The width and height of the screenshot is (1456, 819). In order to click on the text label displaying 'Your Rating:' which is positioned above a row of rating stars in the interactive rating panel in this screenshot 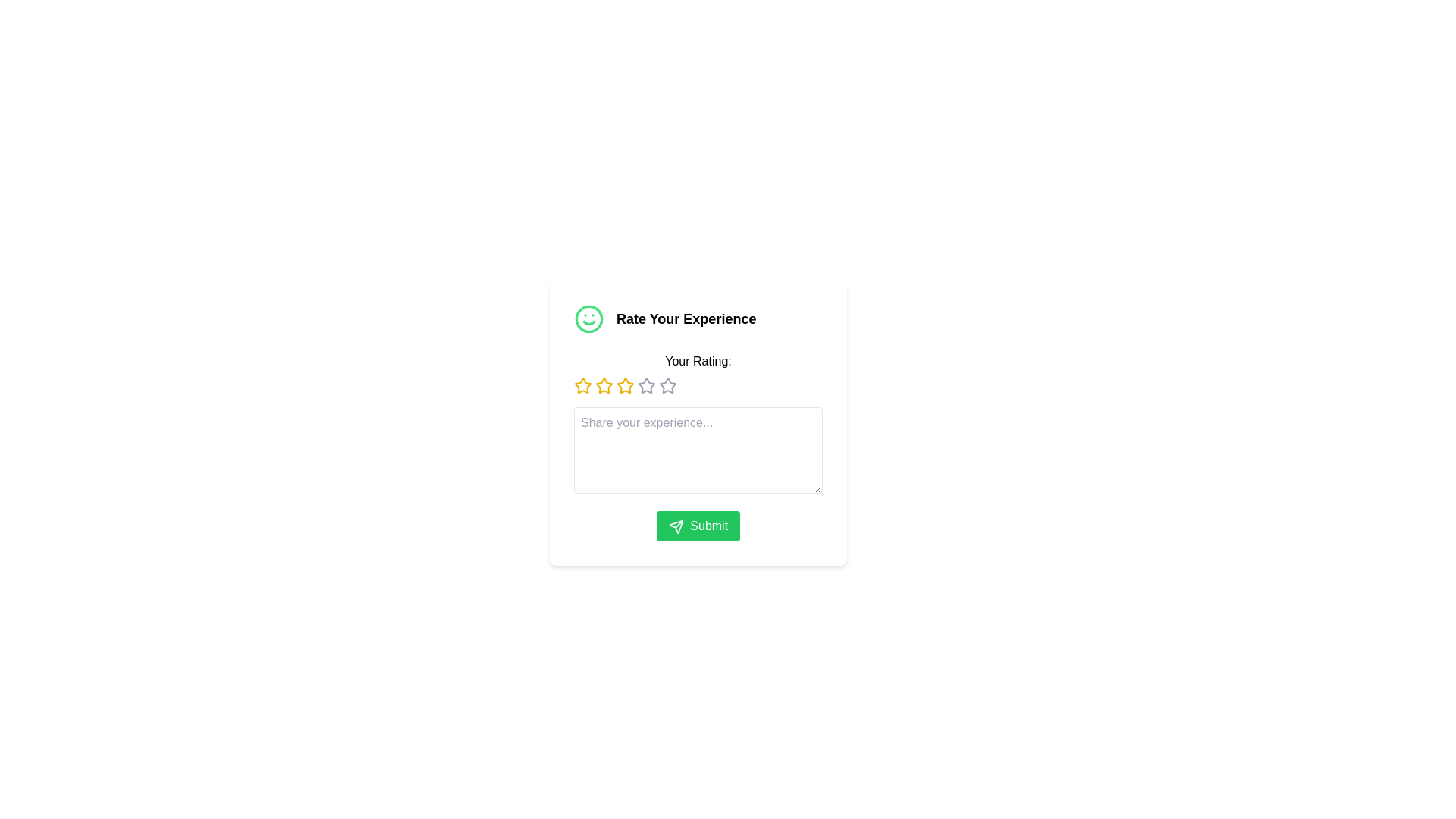, I will do `click(698, 362)`.